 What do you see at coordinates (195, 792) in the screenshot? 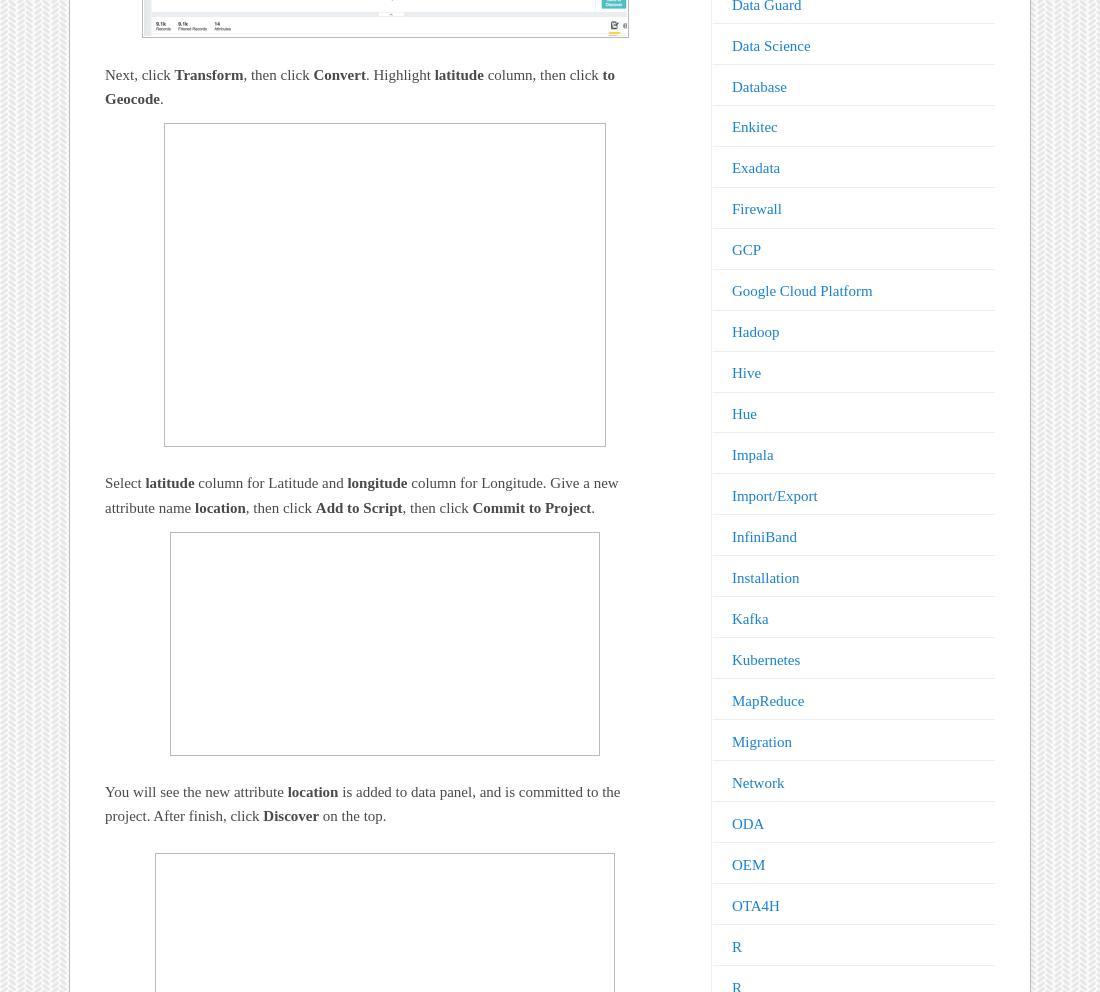
I see `'You will see the new attribute'` at bounding box center [195, 792].